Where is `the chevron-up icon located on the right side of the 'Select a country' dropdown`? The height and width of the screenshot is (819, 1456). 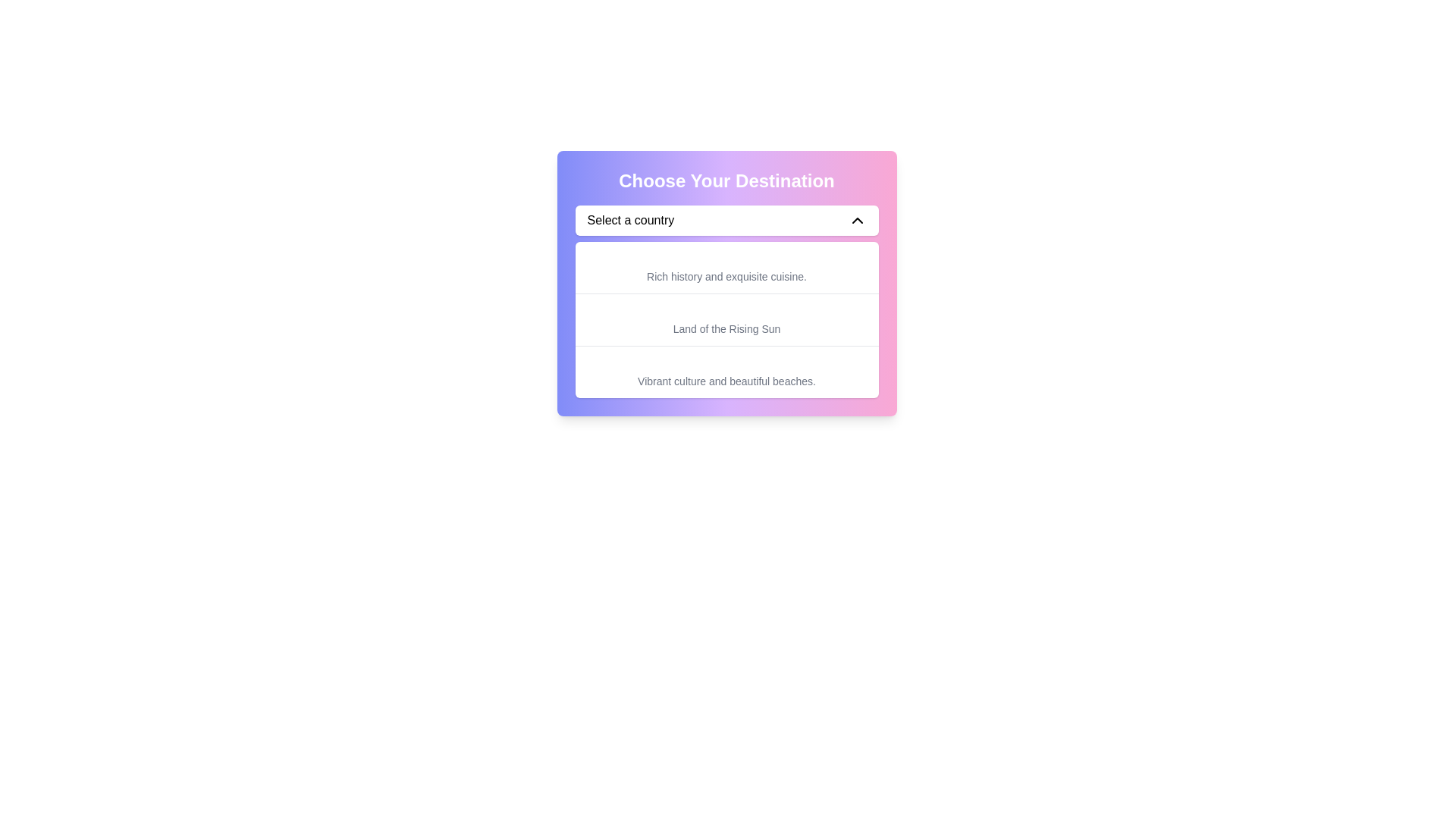
the chevron-up icon located on the right side of the 'Select a country' dropdown is located at coordinates (857, 220).